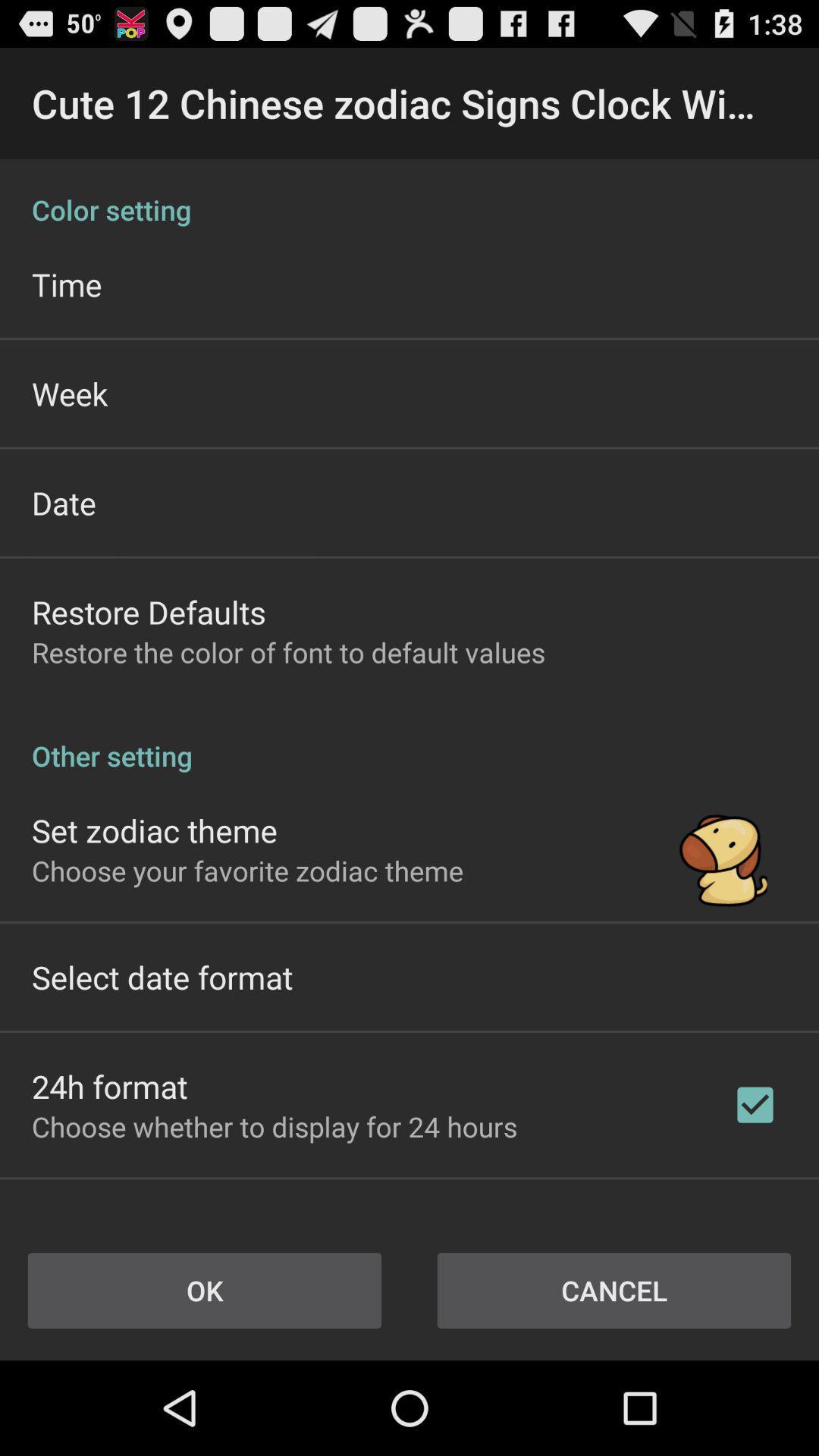 The height and width of the screenshot is (1456, 819). What do you see at coordinates (149, 611) in the screenshot?
I see `the app above restore the color icon` at bounding box center [149, 611].